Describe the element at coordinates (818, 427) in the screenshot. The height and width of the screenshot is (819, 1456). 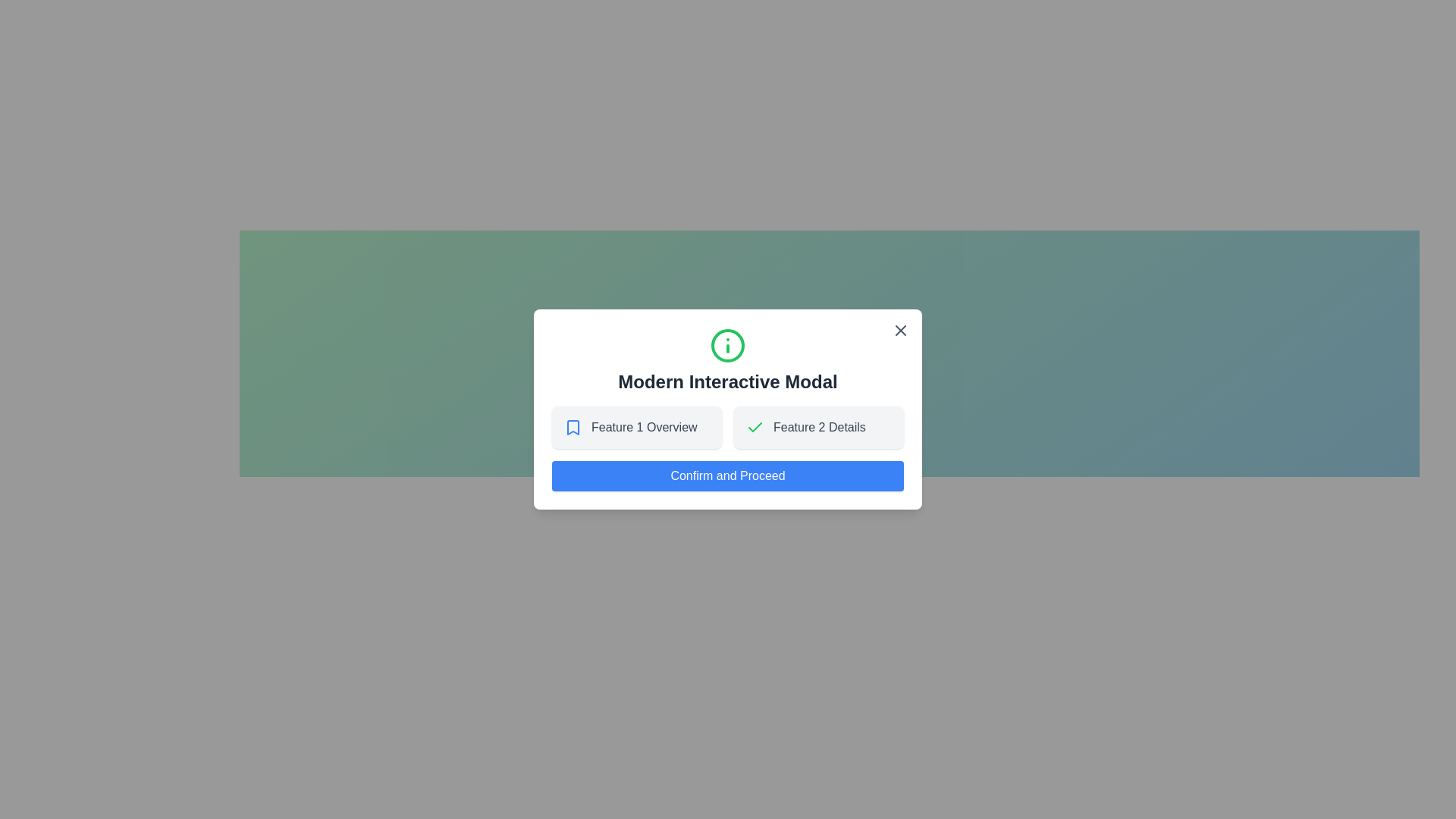
I see `the 'Feature 2 Details' text label located in the modal interface, which serves as an identifier for the corresponding section and is positioned to the right of an icon` at that location.